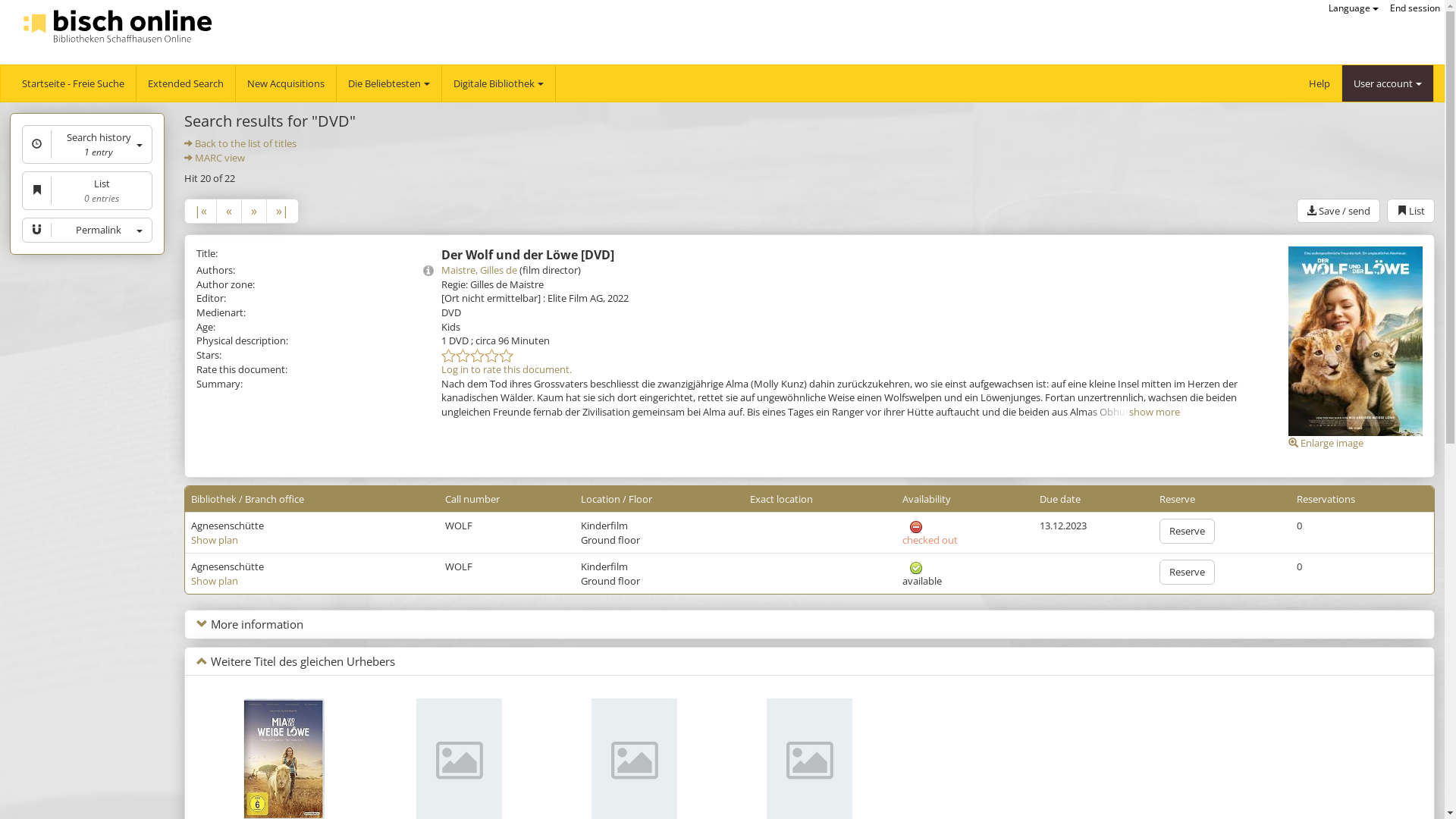  What do you see at coordinates (190, 580) in the screenshot?
I see `'Show plan'` at bounding box center [190, 580].